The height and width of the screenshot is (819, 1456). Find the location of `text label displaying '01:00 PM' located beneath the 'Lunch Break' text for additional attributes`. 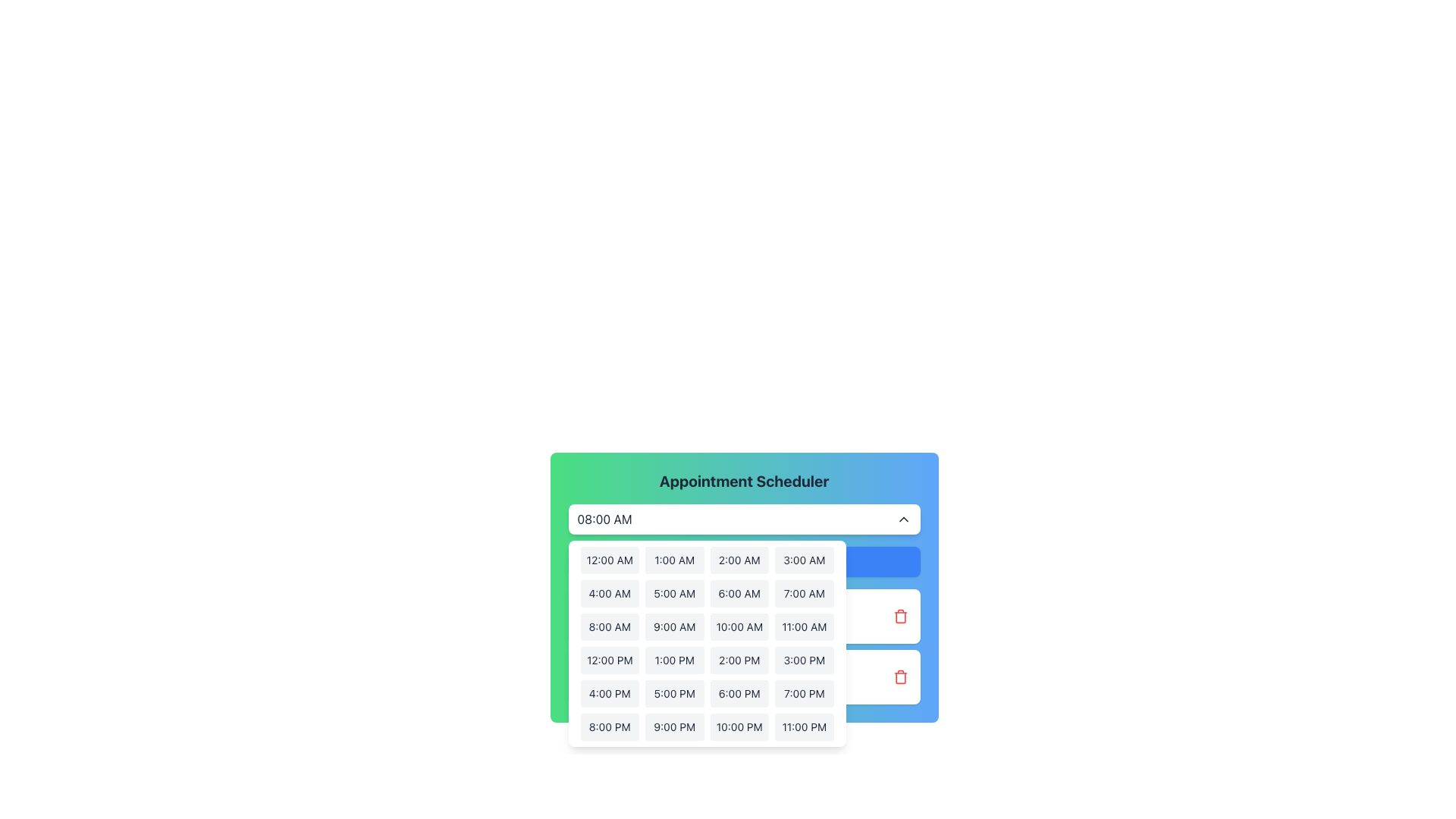

text label displaying '01:00 PM' located beneath the 'Lunch Break' text for additional attributes is located at coordinates (615, 686).